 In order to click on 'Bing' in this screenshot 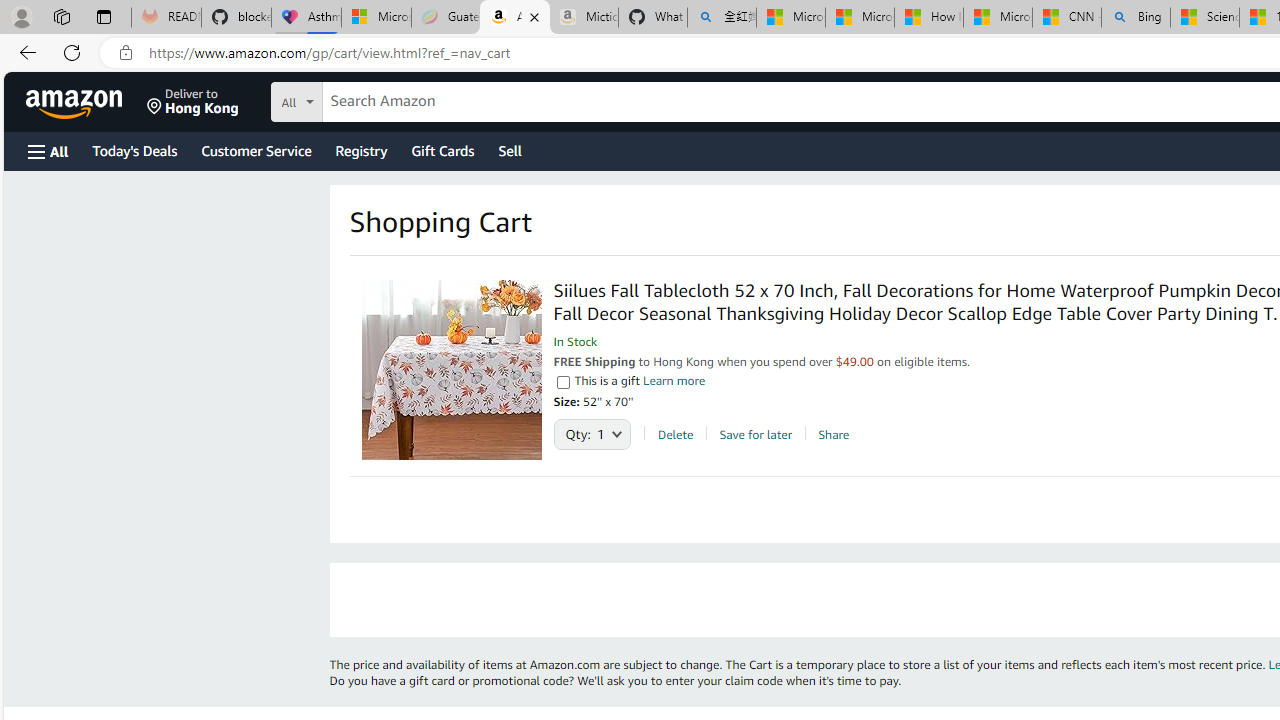, I will do `click(1136, 17)`.